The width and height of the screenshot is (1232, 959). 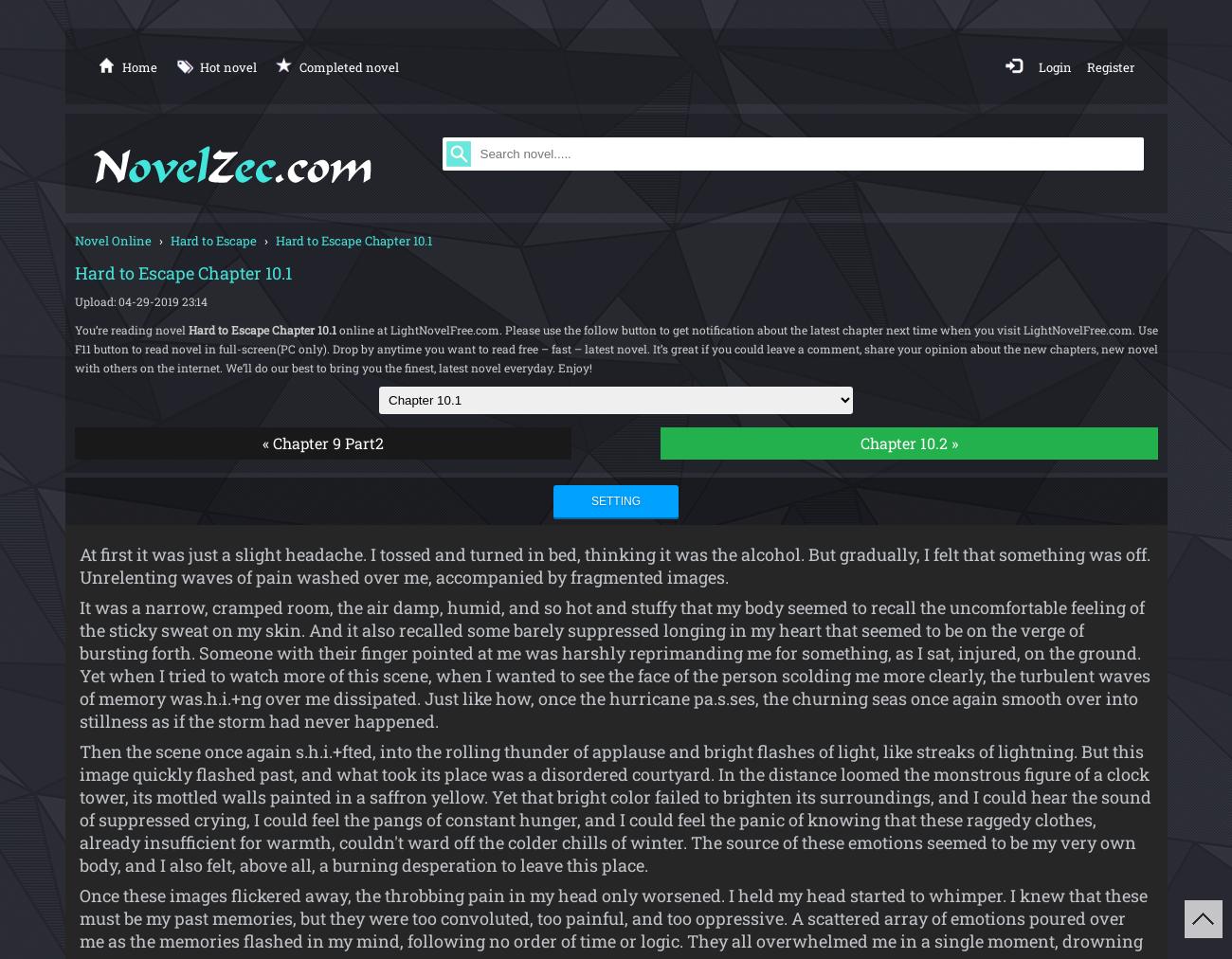 I want to click on 'Hard to Escape', so click(x=211, y=240).